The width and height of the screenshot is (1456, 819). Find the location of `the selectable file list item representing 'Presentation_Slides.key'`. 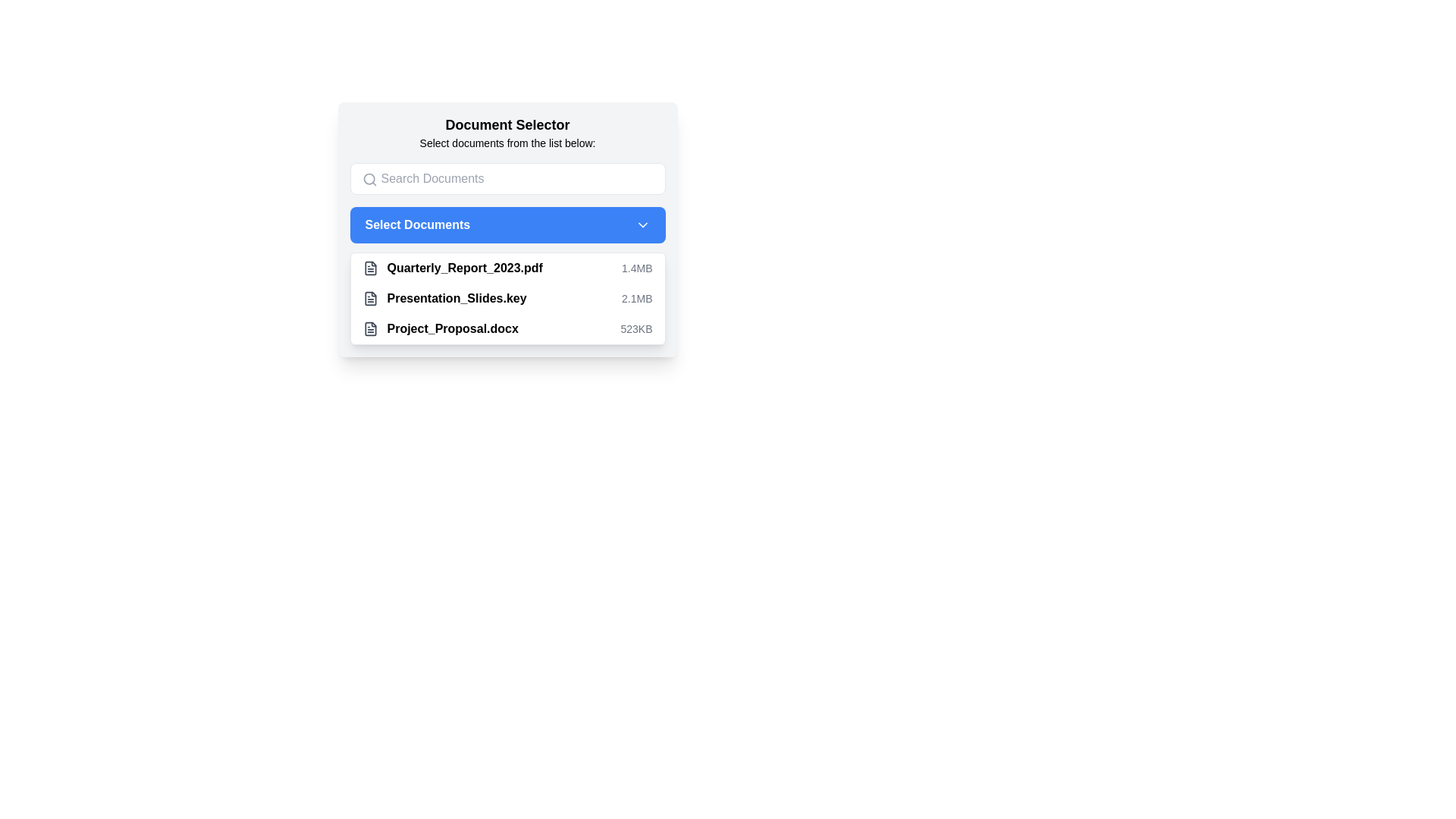

the selectable file list item representing 'Presentation_Slides.key' is located at coordinates (507, 298).